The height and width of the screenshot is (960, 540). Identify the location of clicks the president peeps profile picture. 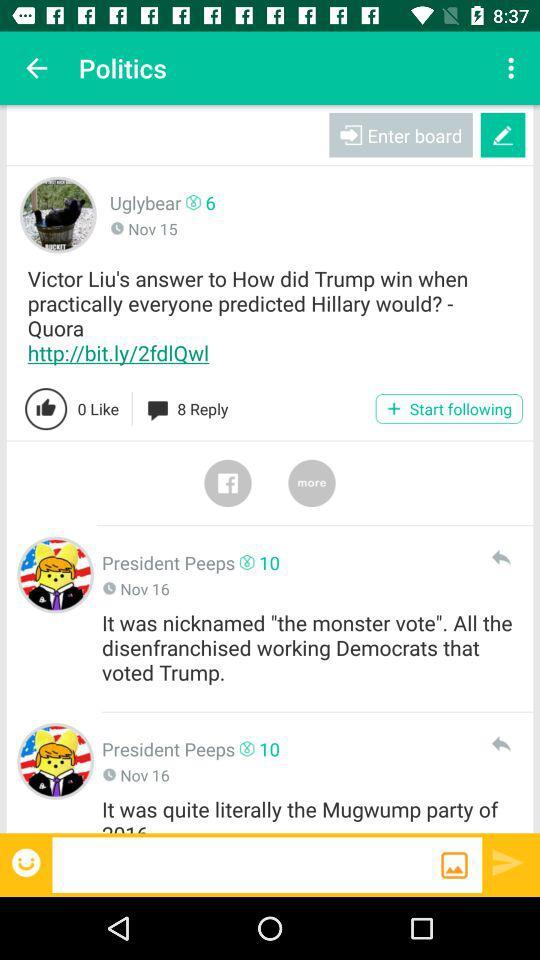
(55, 575).